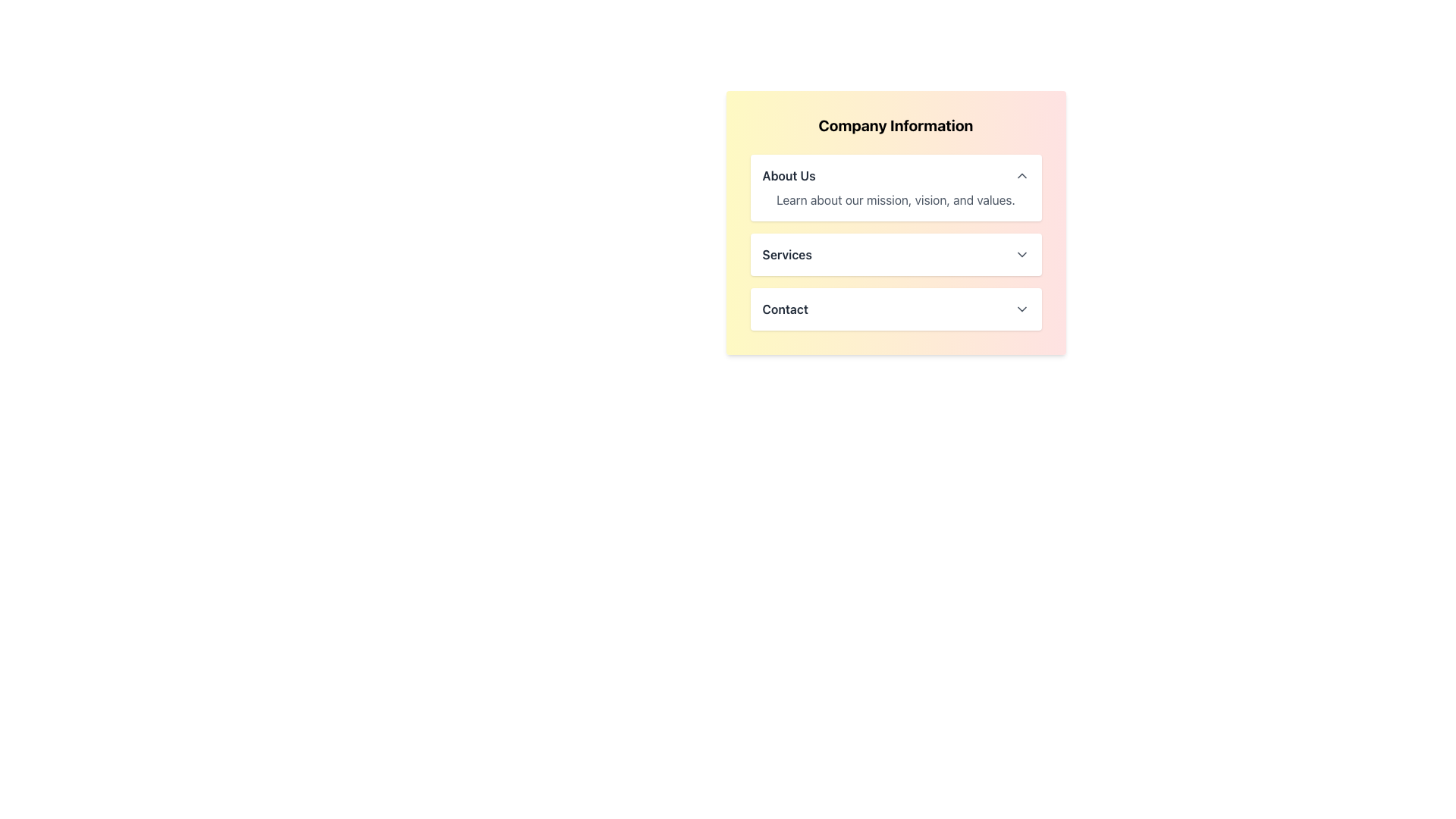 The height and width of the screenshot is (819, 1456). I want to click on the dropdown toggle icon located to the right of the 'Services' section, so click(1021, 253).